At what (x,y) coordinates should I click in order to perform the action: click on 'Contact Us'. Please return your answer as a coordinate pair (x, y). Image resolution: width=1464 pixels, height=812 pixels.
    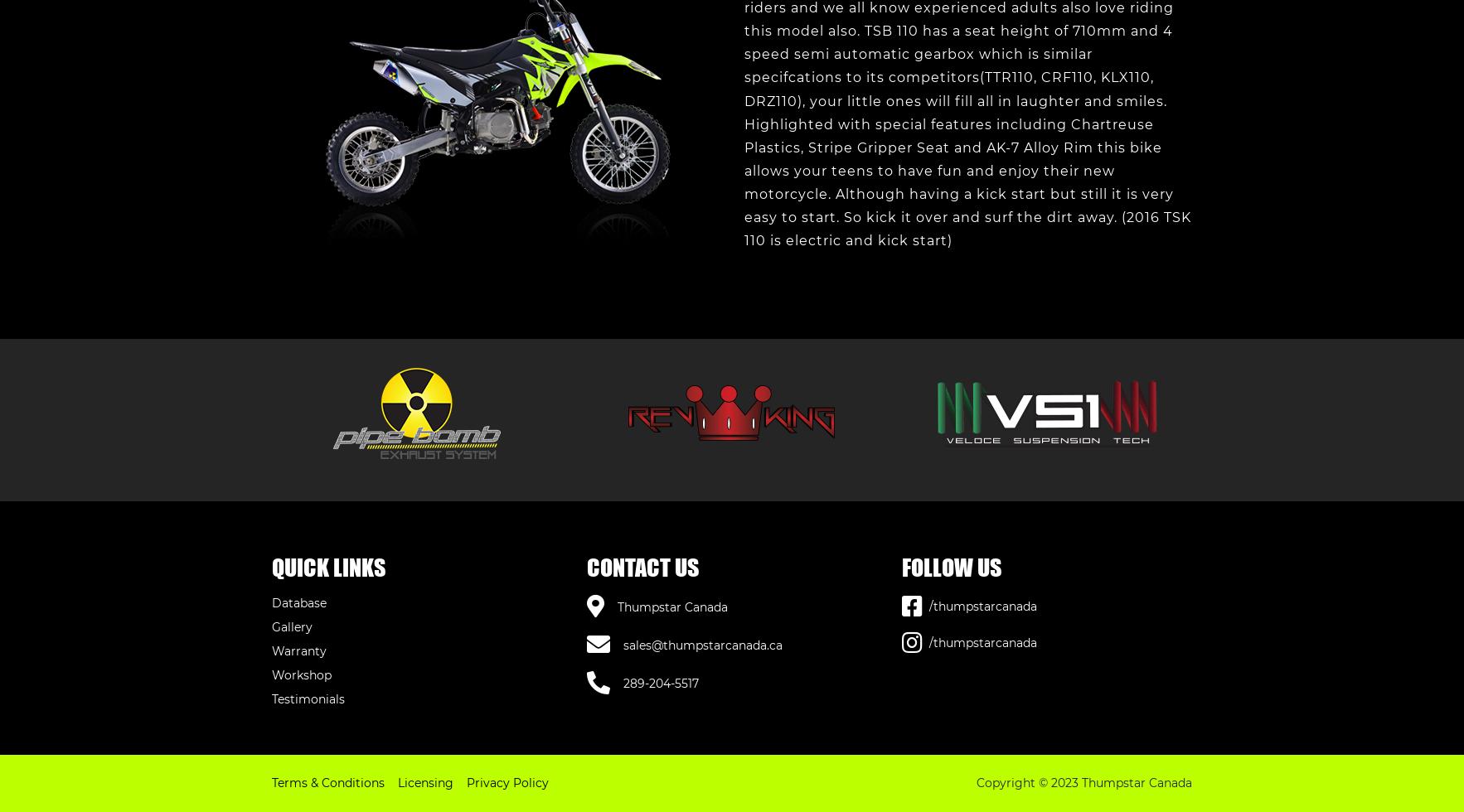
    Looking at the image, I should click on (642, 567).